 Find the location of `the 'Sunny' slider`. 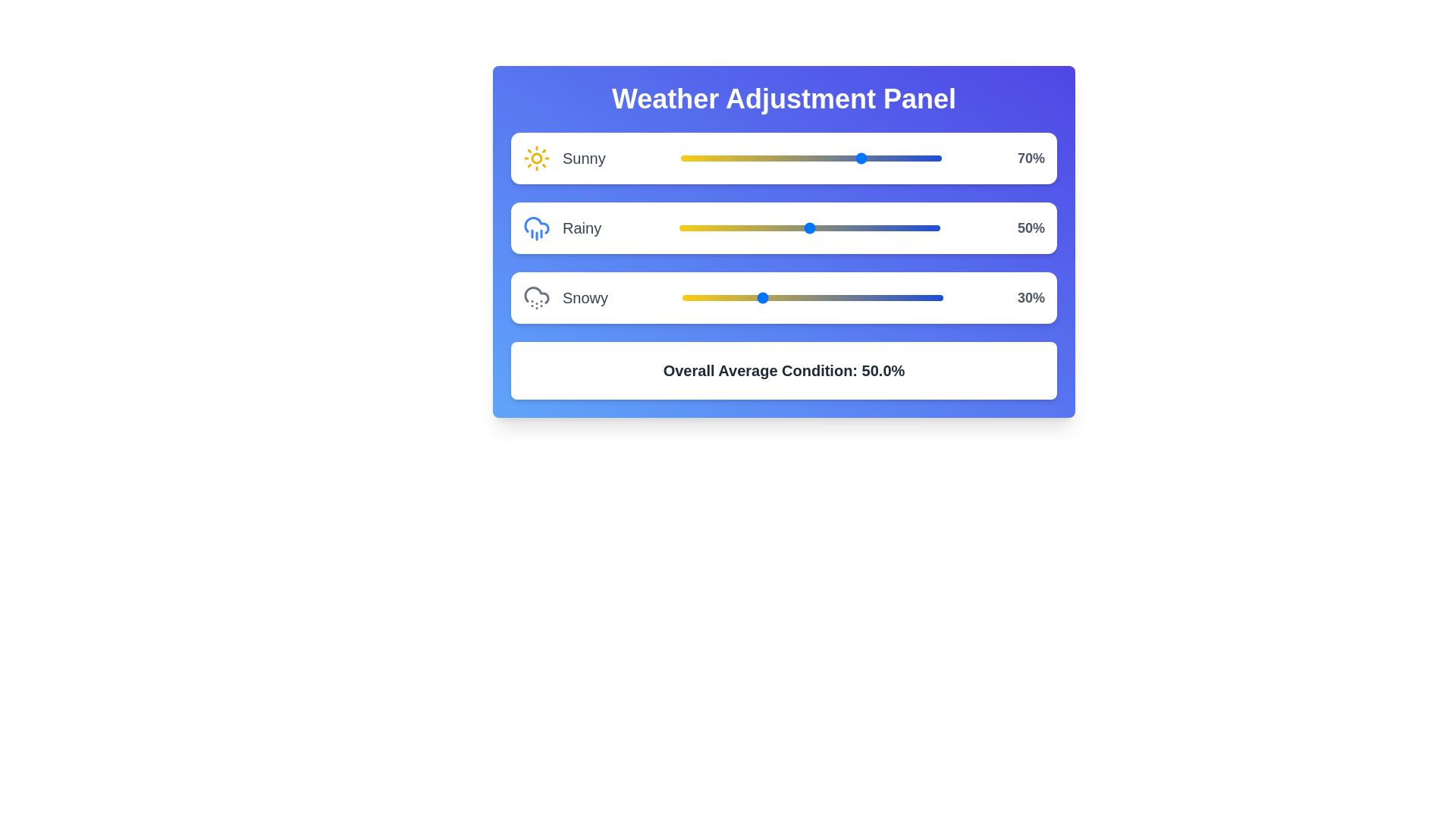

the 'Sunny' slider is located at coordinates (934, 155).